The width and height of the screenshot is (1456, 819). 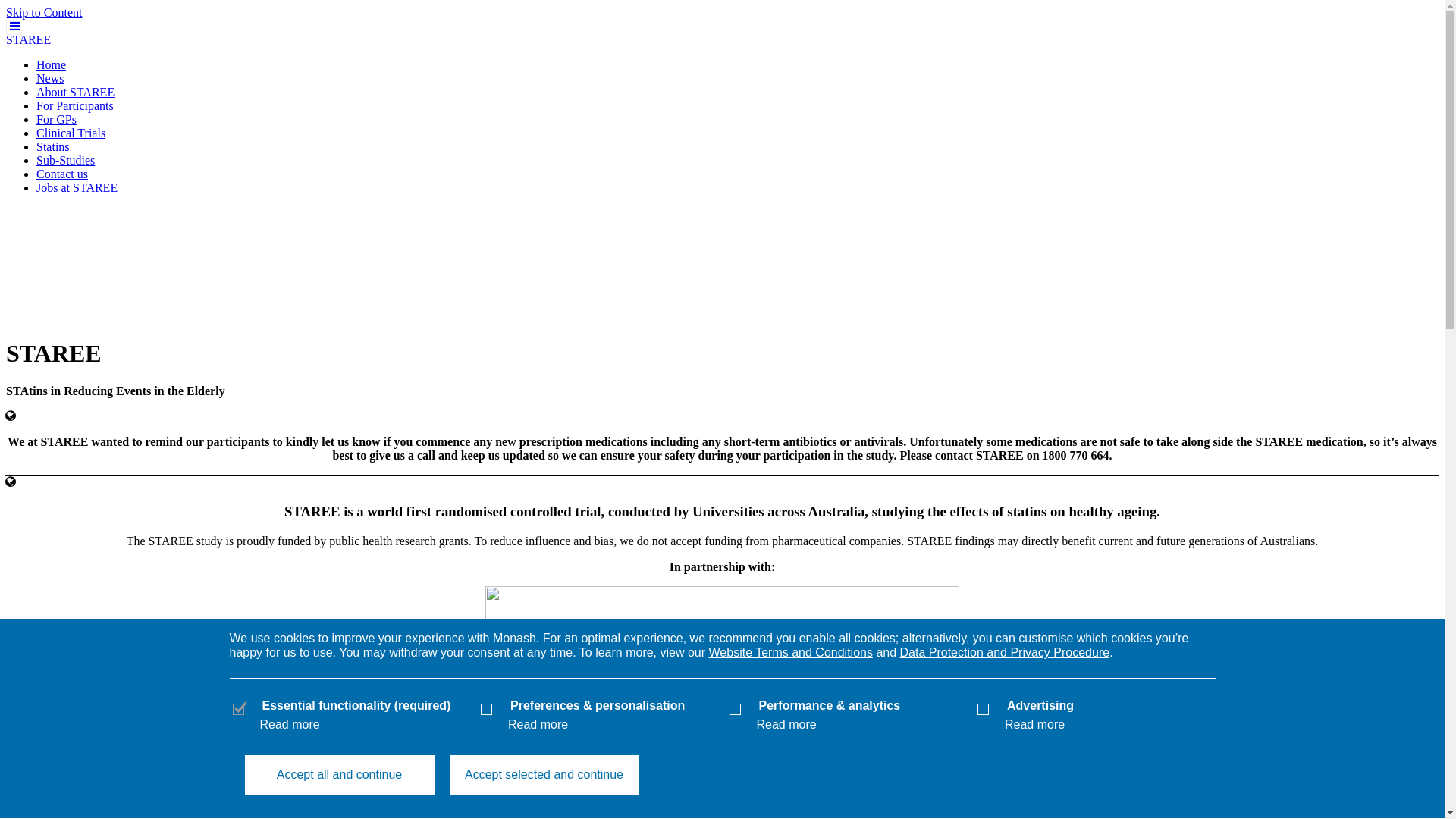 What do you see at coordinates (64, 160) in the screenshot?
I see `'Sub-Studies'` at bounding box center [64, 160].